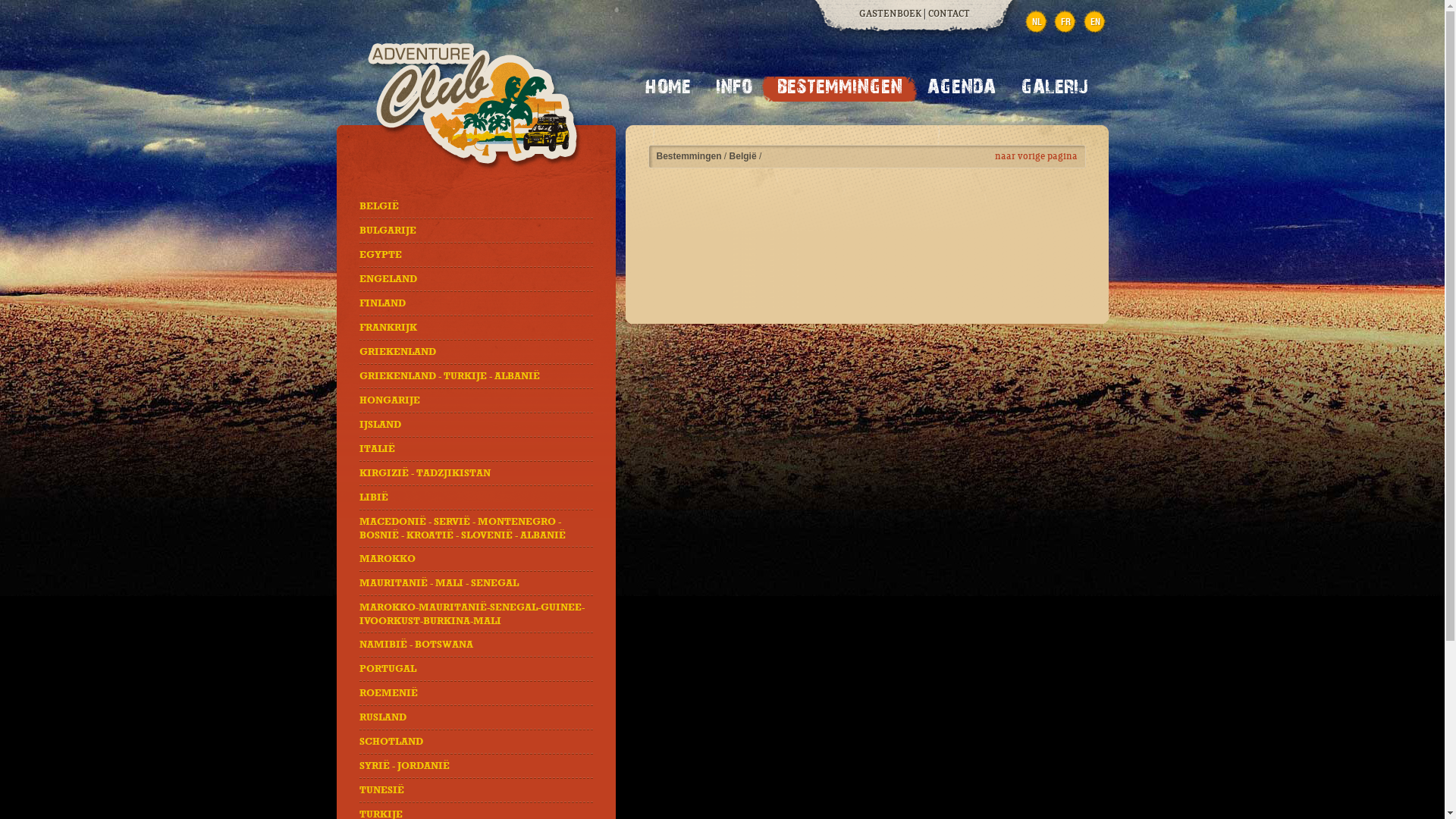  Describe the element at coordinates (380, 424) in the screenshot. I see `'IJSLAND'` at that location.